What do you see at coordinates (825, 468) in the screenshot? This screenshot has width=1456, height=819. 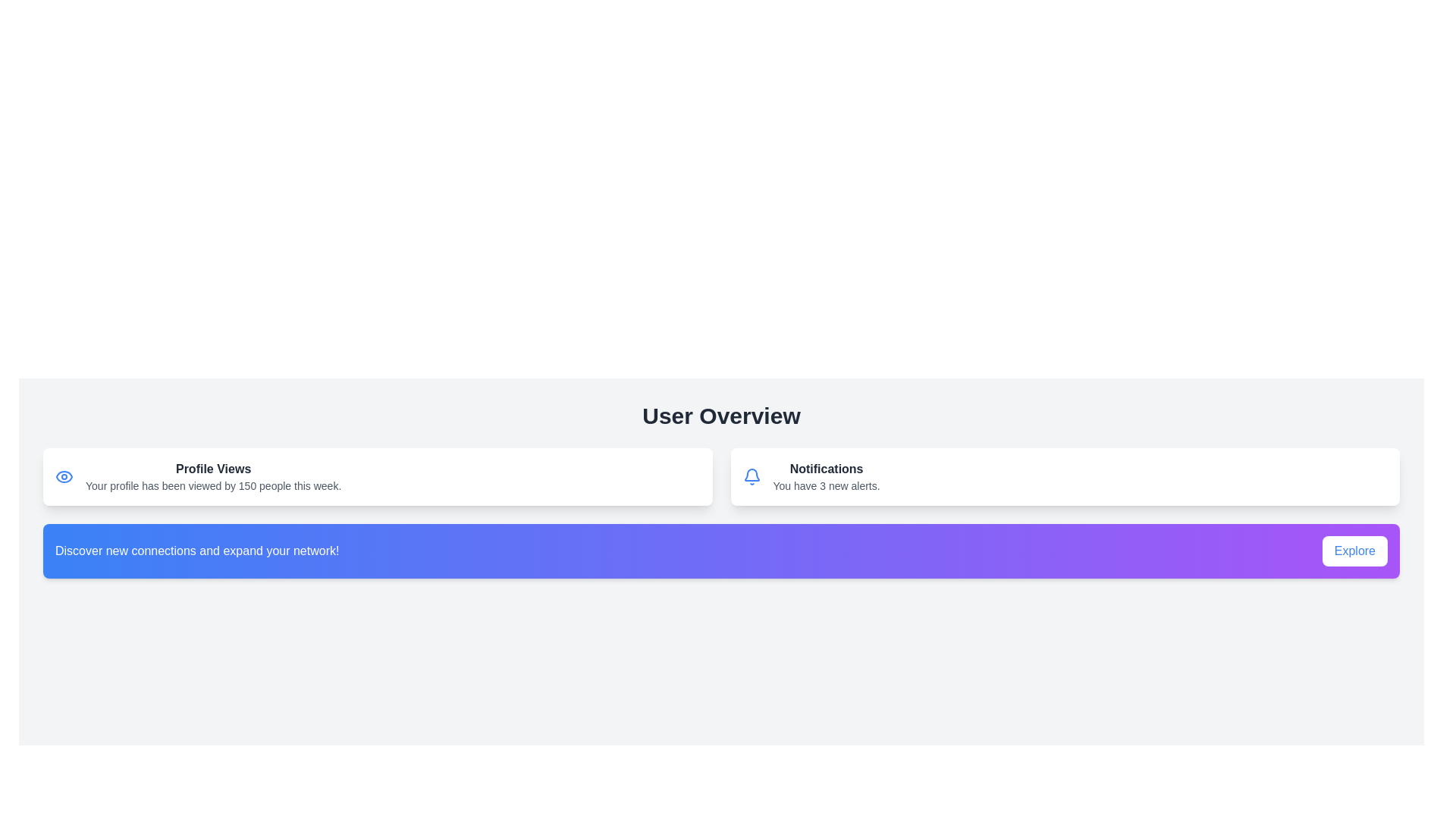 I see `text label that says 'Notifications', which is in bold dark gray font and located in the second card on the right beneath the 'User Overview' header` at bounding box center [825, 468].